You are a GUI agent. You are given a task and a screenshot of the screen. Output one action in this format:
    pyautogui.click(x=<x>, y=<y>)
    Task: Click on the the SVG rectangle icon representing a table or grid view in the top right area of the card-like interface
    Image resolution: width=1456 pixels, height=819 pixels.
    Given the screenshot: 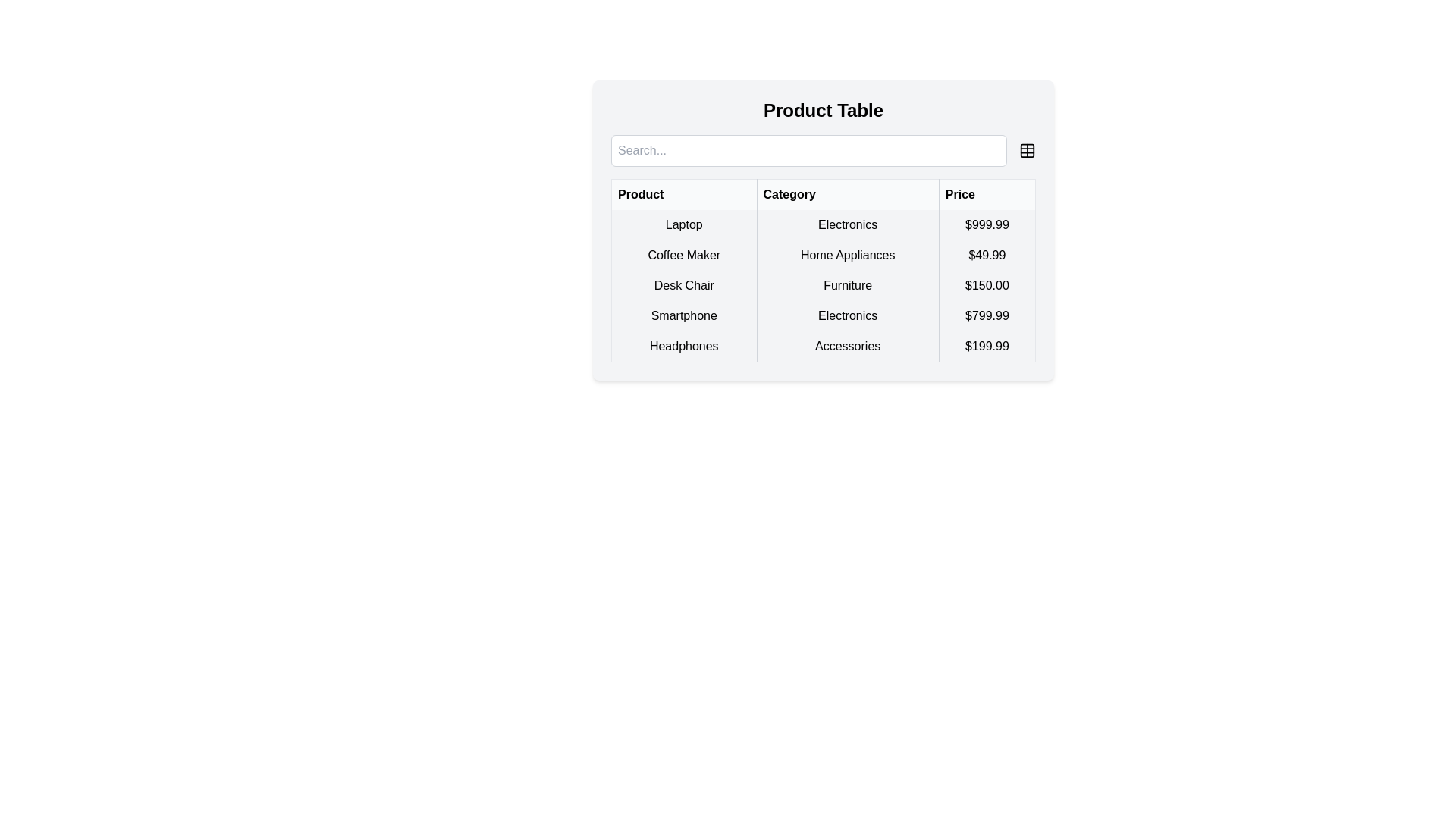 What is the action you would take?
    pyautogui.click(x=1027, y=151)
    